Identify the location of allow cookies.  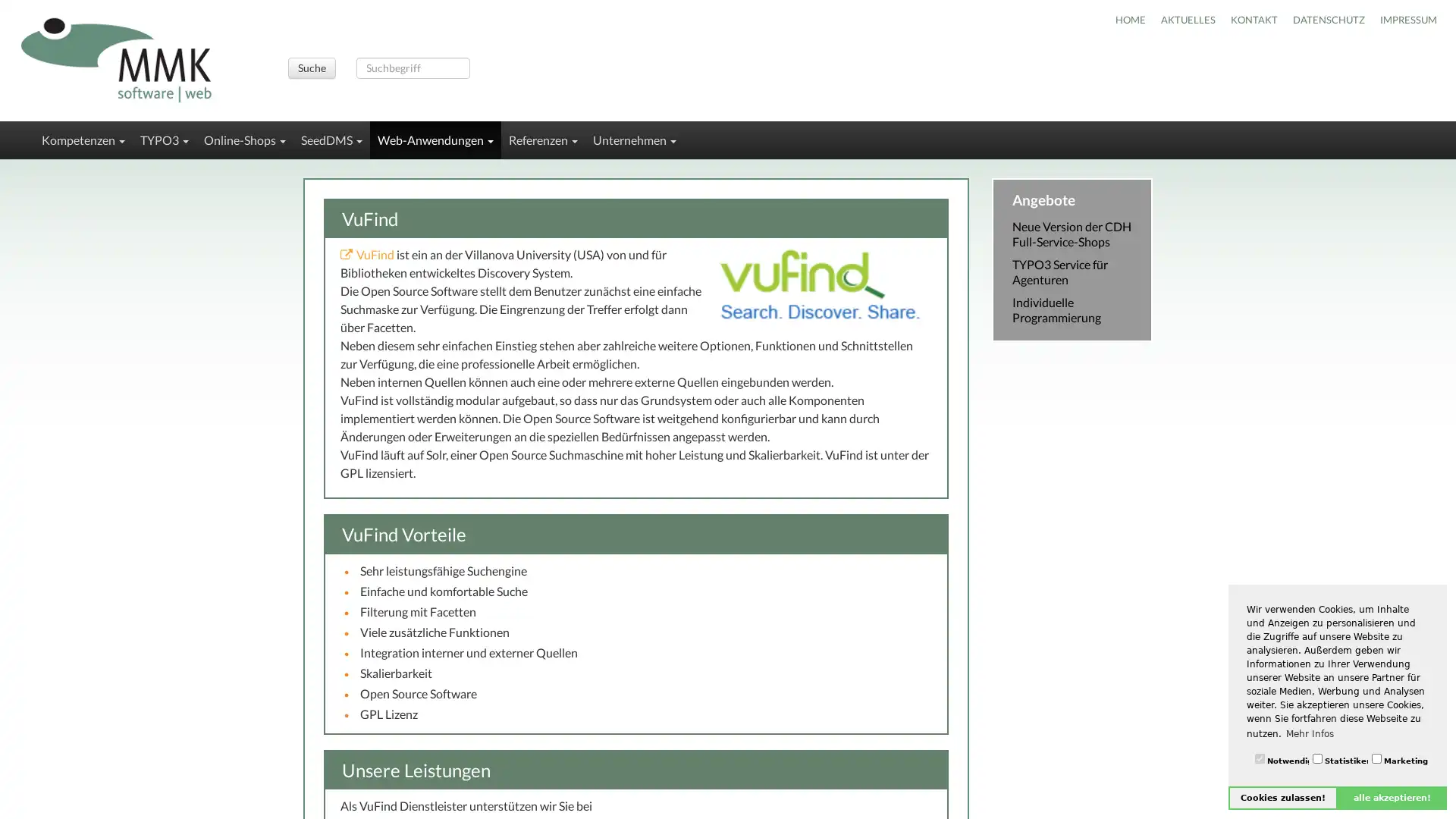
(1282, 797).